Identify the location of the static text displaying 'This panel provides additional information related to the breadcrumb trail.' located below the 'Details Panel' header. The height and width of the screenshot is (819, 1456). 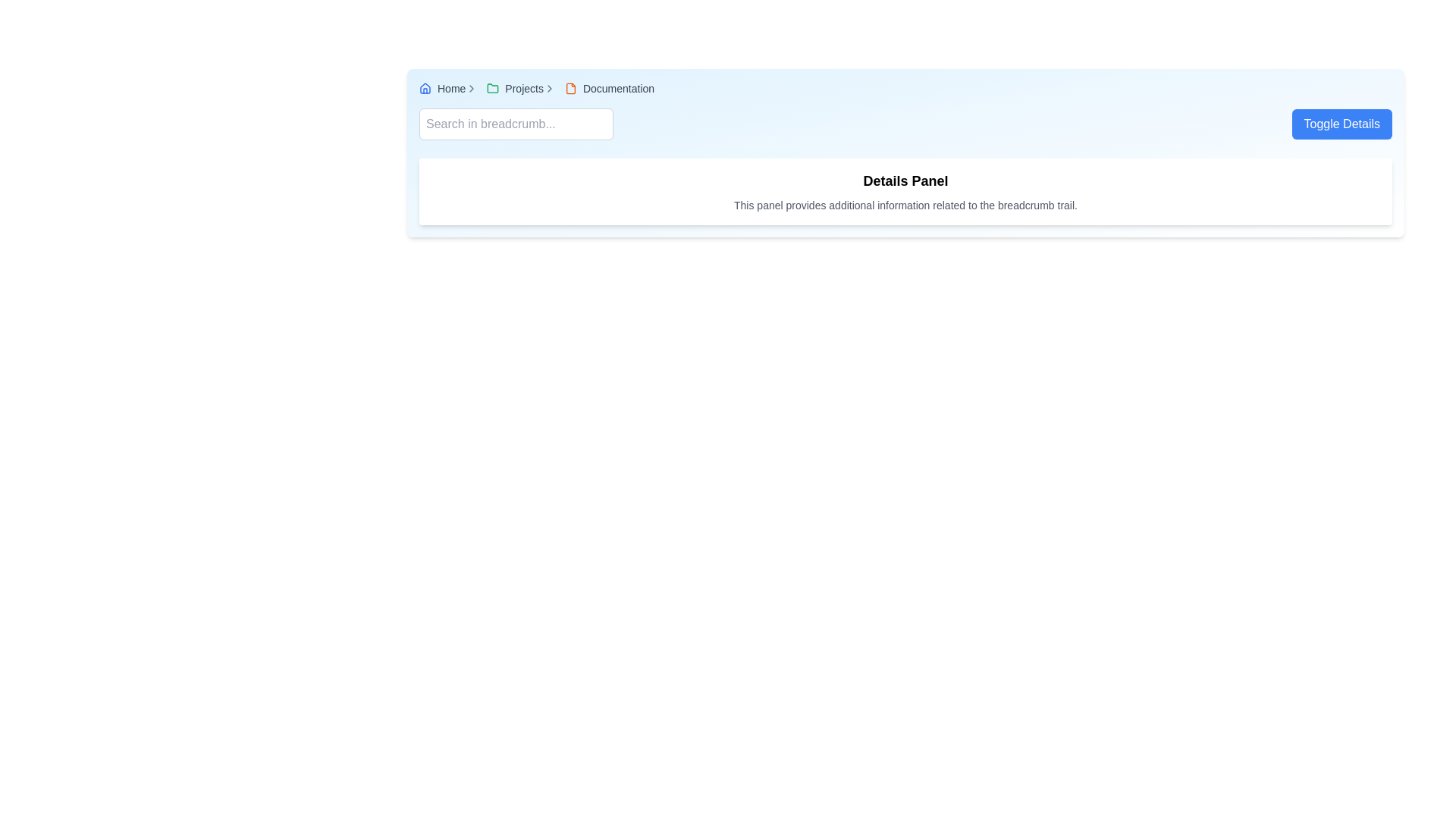
(905, 205).